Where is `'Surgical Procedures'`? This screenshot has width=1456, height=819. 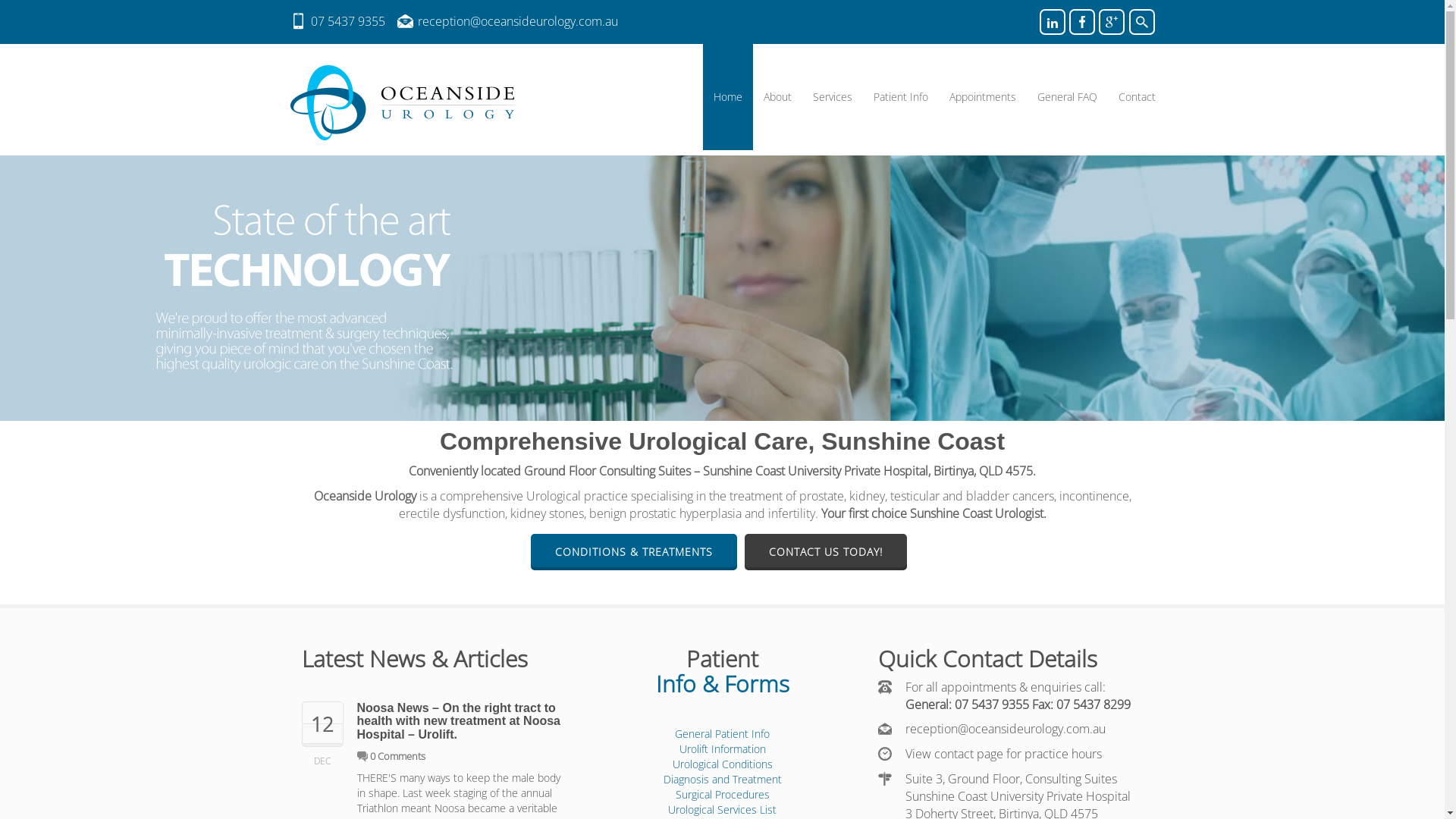 'Surgical Procedures' is located at coordinates (720, 793).